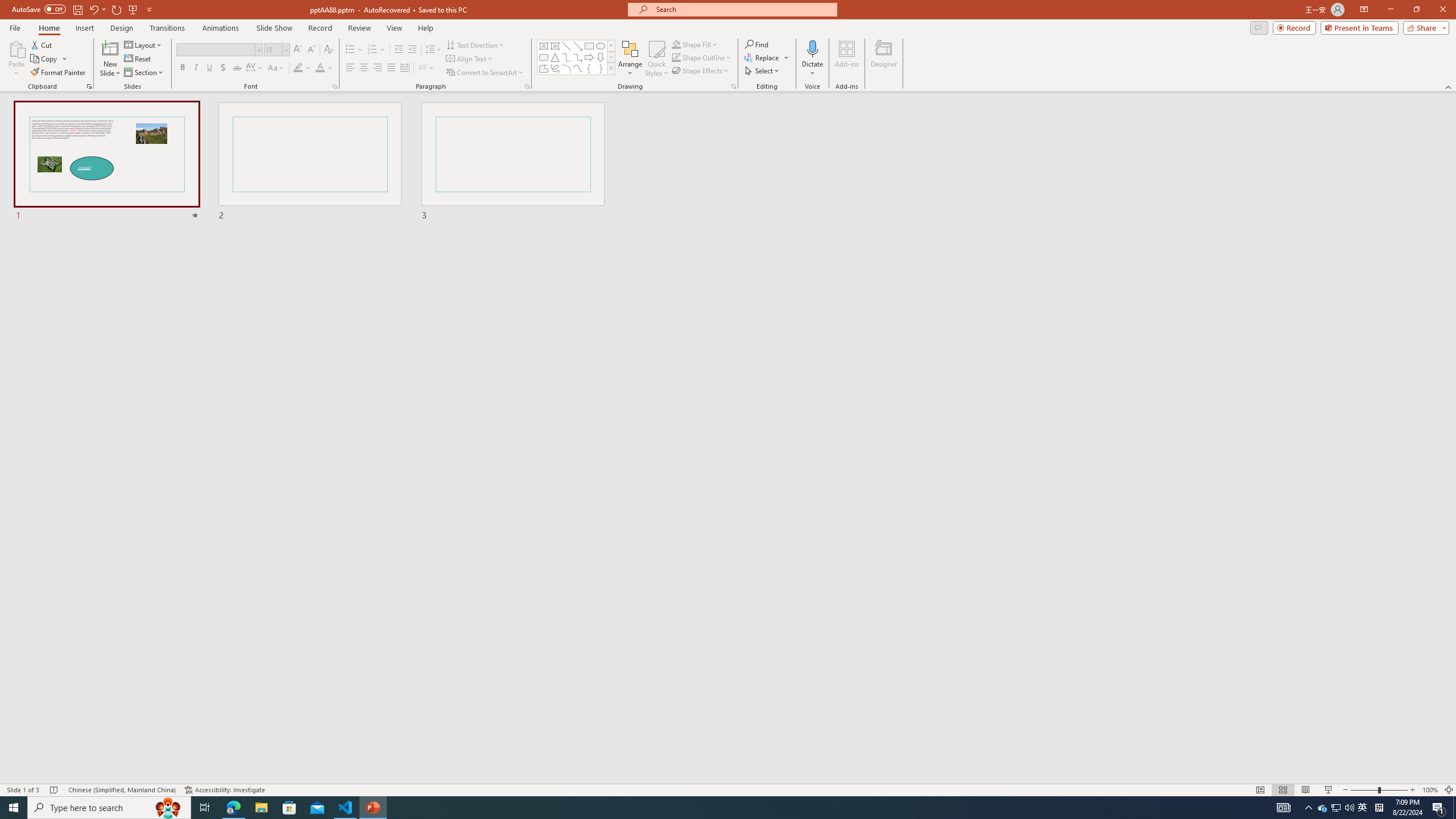 The width and height of the screenshot is (1456, 819). I want to click on 'Layout', so click(143, 44).